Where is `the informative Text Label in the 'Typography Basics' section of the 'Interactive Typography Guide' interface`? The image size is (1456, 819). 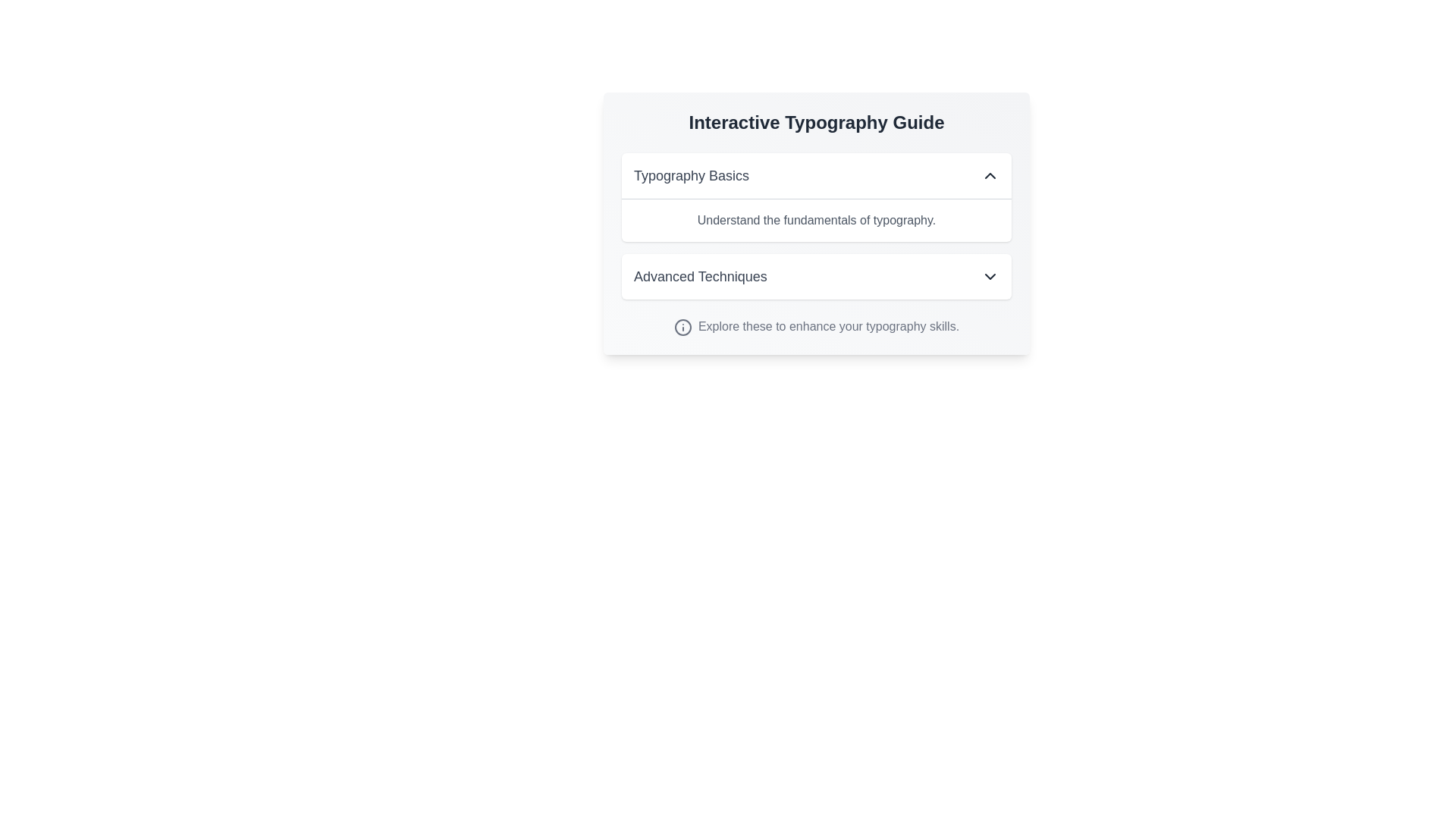
the informative Text Label in the 'Typography Basics' section of the 'Interactive Typography Guide' interface is located at coordinates (815, 220).